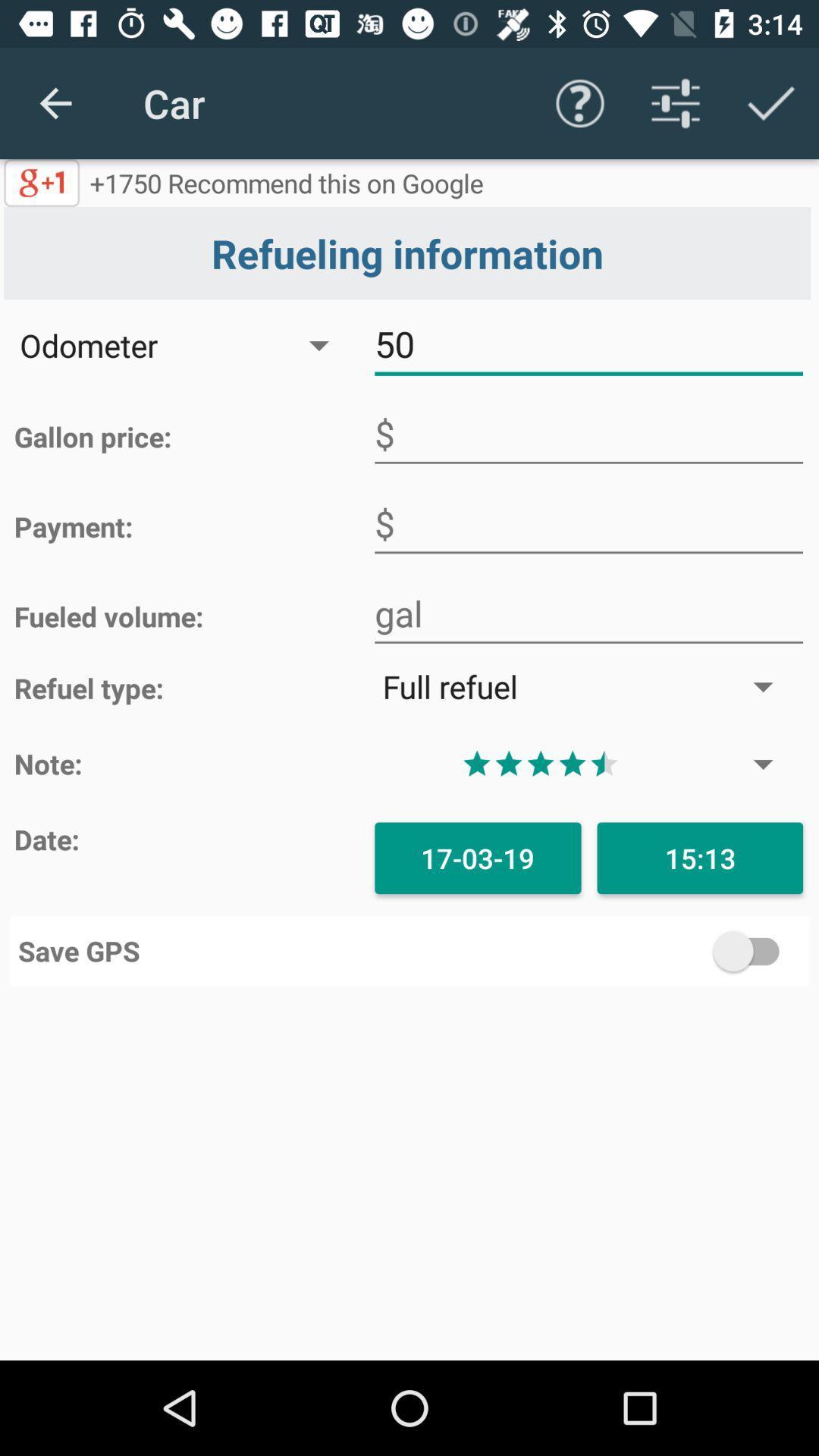 This screenshot has width=819, height=1456. I want to click on fuel volume, so click(588, 614).